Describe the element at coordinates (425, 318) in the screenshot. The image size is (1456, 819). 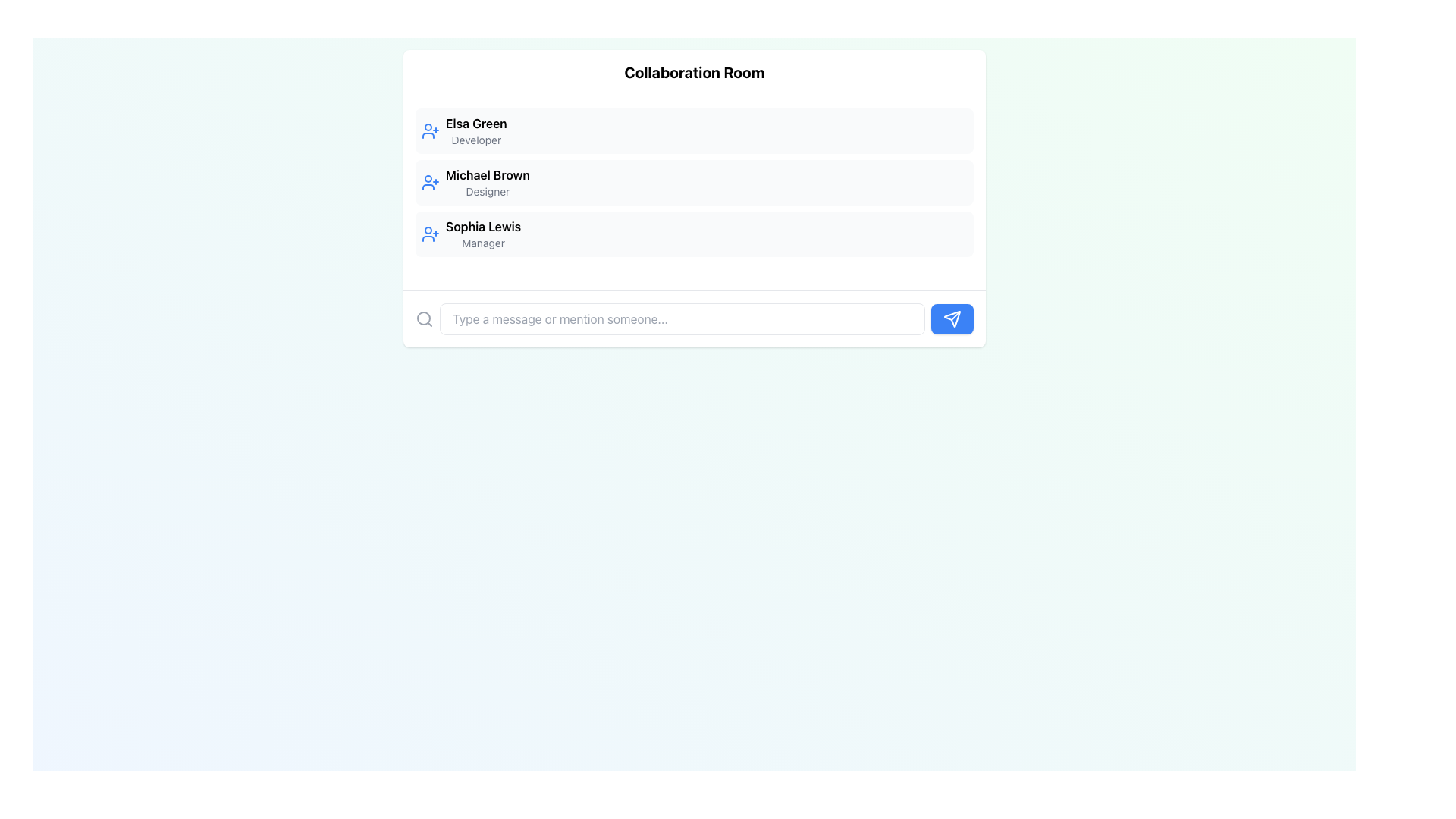
I see `the magnifying glass icon, which has a gray stroke and is positioned at the bottom-left corner of a horizontal input area, just to the left of the text input field` at that location.